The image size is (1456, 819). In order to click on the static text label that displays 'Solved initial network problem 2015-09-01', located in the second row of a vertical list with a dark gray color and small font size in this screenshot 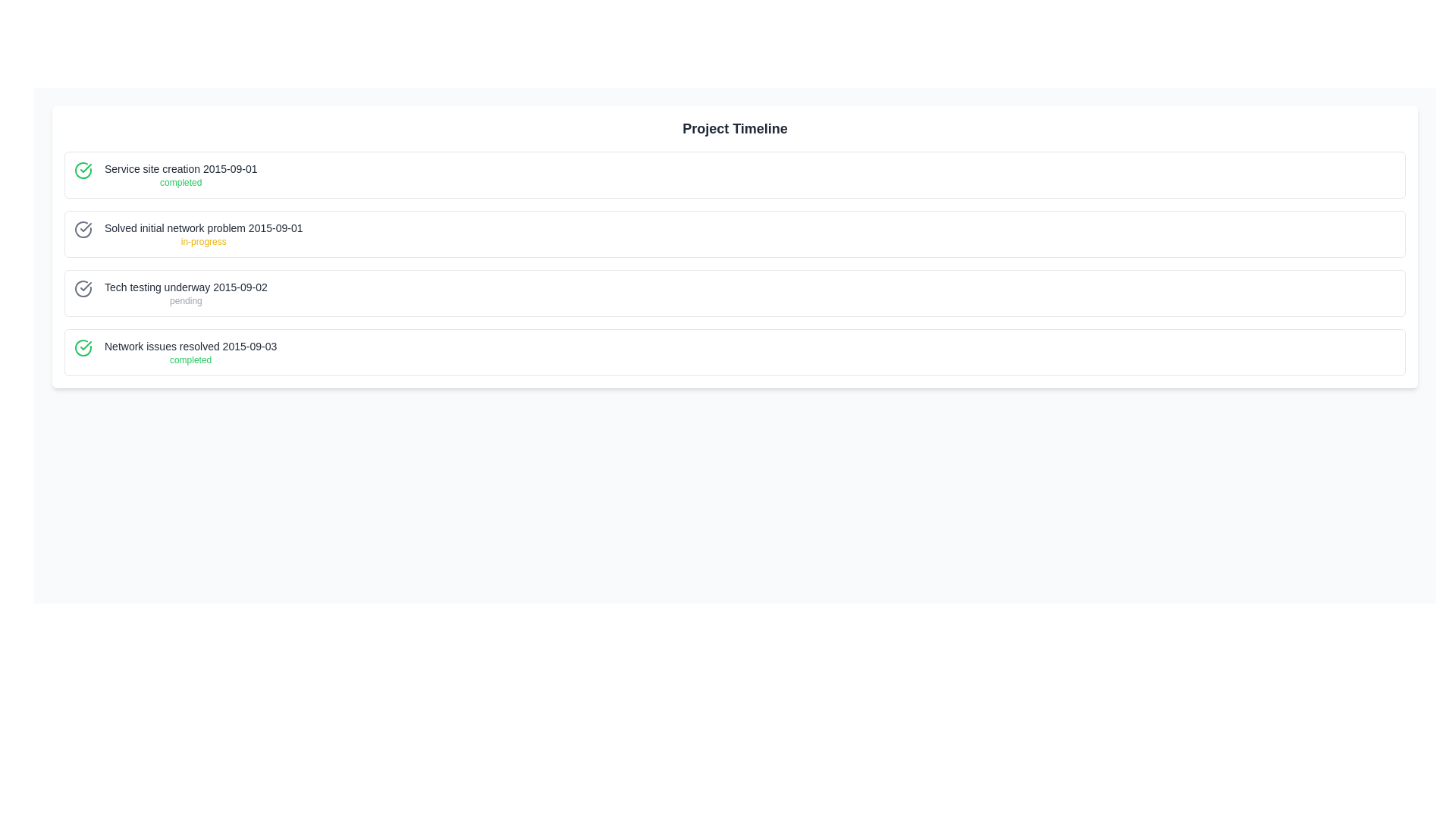, I will do `click(202, 227)`.